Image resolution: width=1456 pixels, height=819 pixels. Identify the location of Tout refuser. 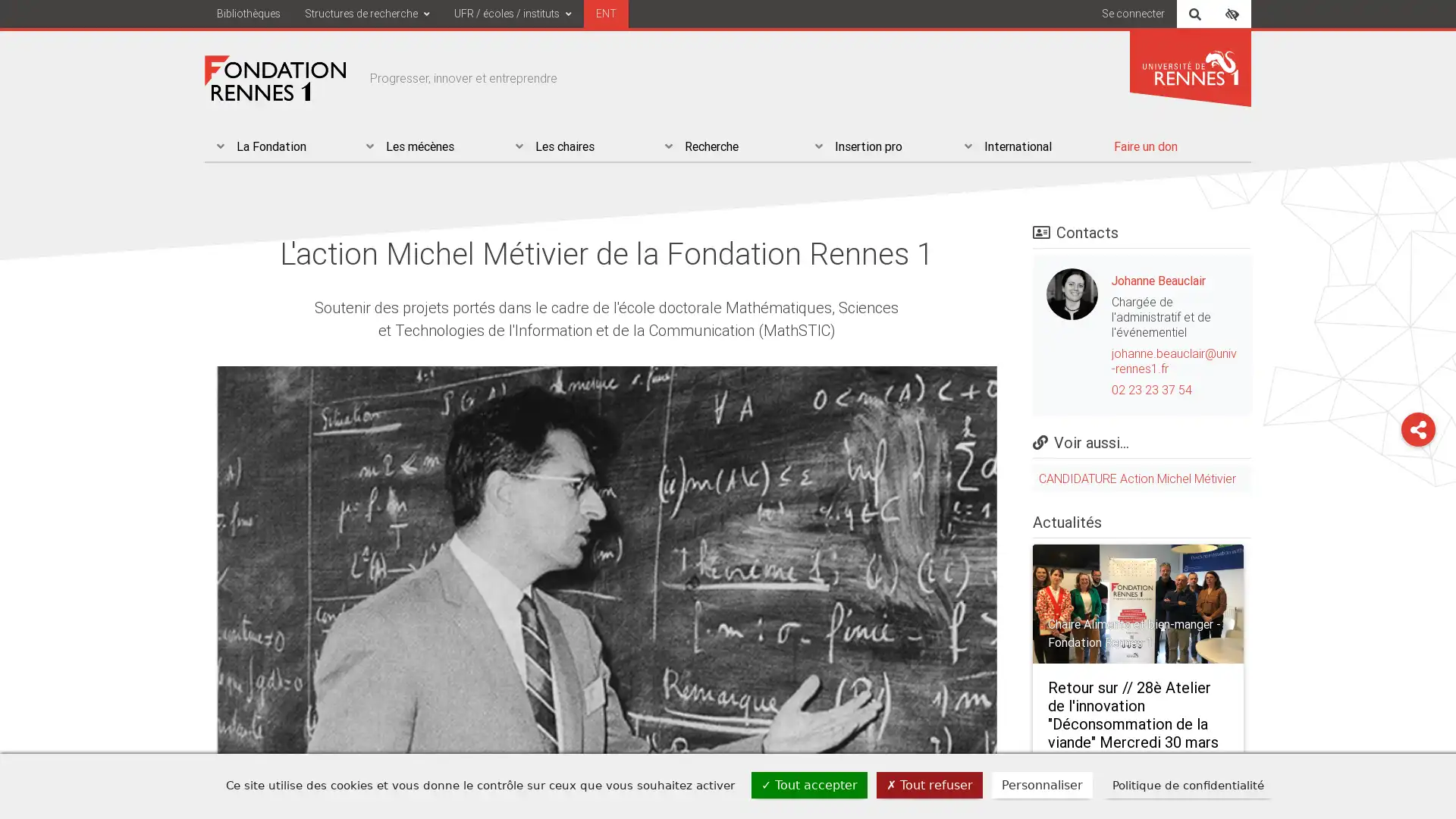
(928, 784).